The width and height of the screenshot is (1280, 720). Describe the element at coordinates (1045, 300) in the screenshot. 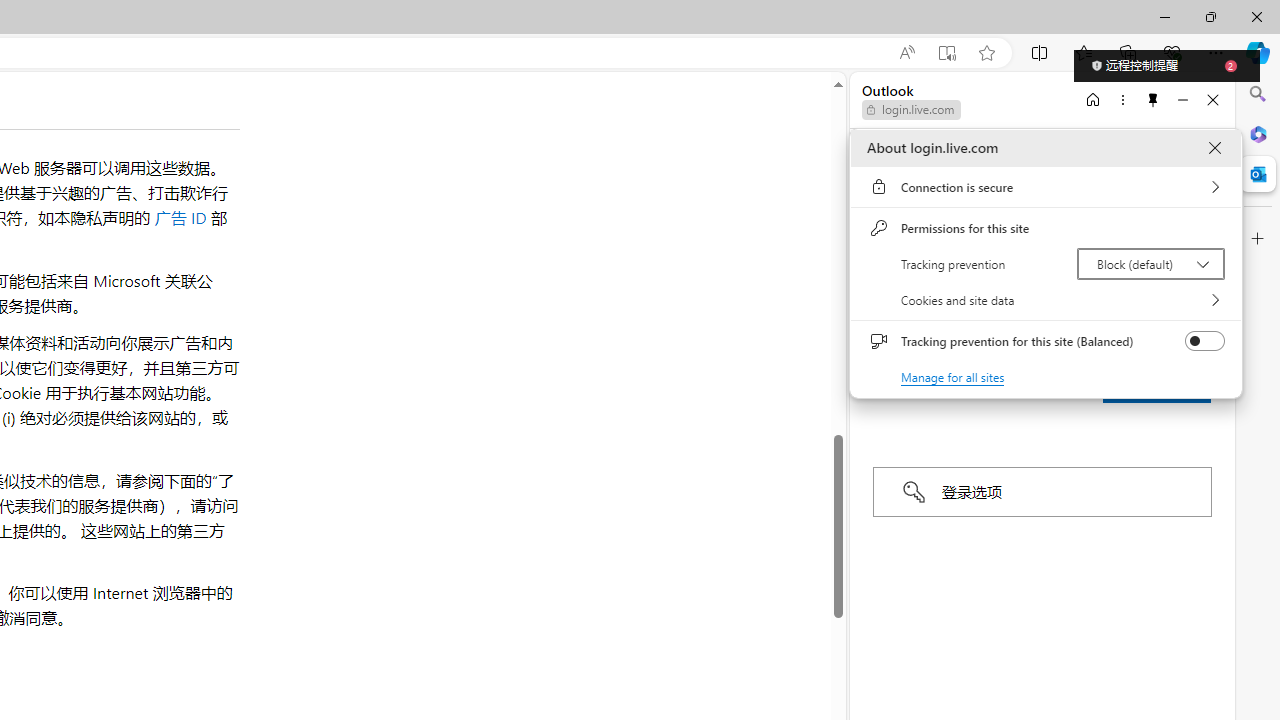

I see `'Cookies and site data'` at that location.